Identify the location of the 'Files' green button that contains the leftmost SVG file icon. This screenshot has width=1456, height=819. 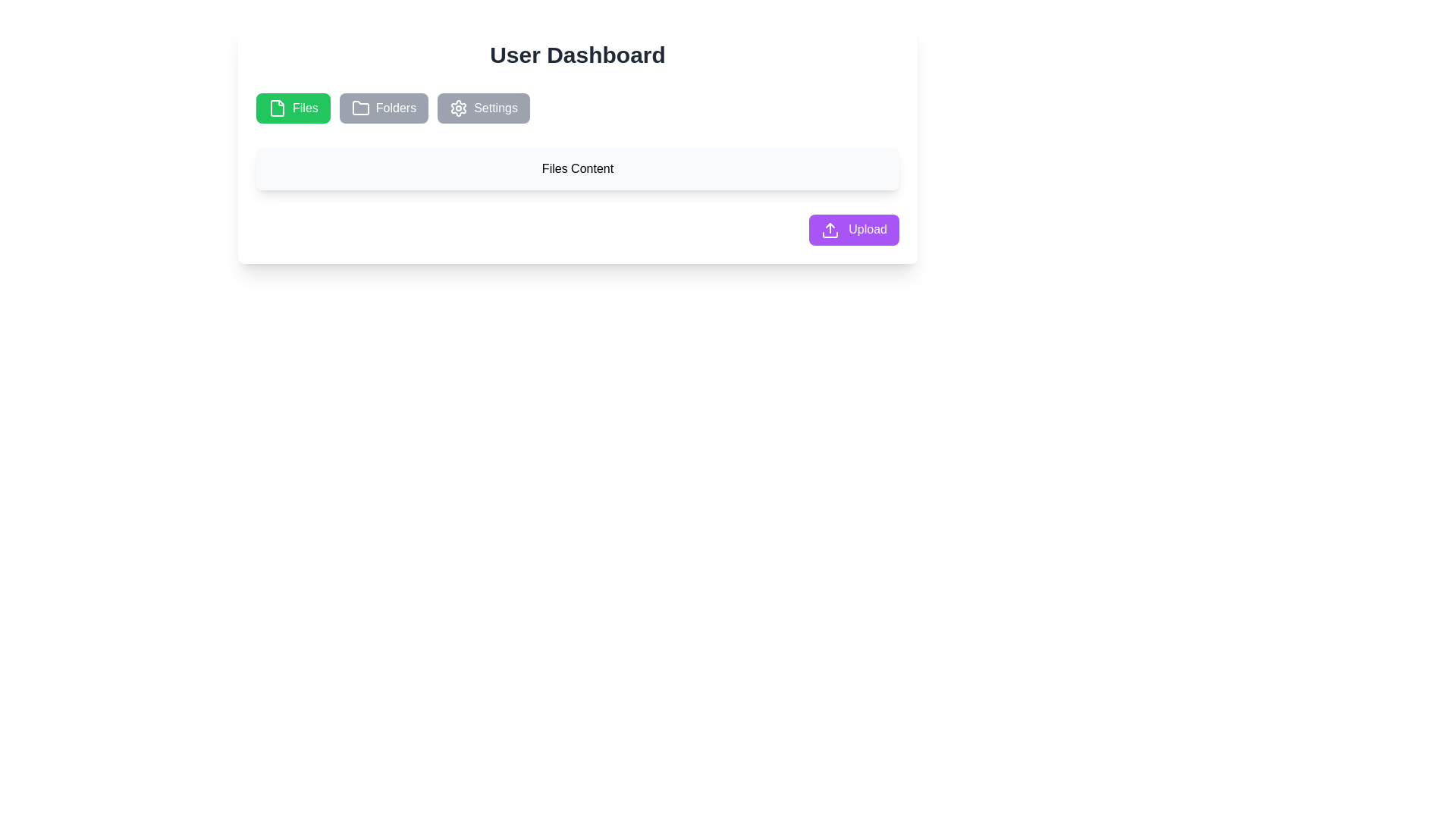
(277, 107).